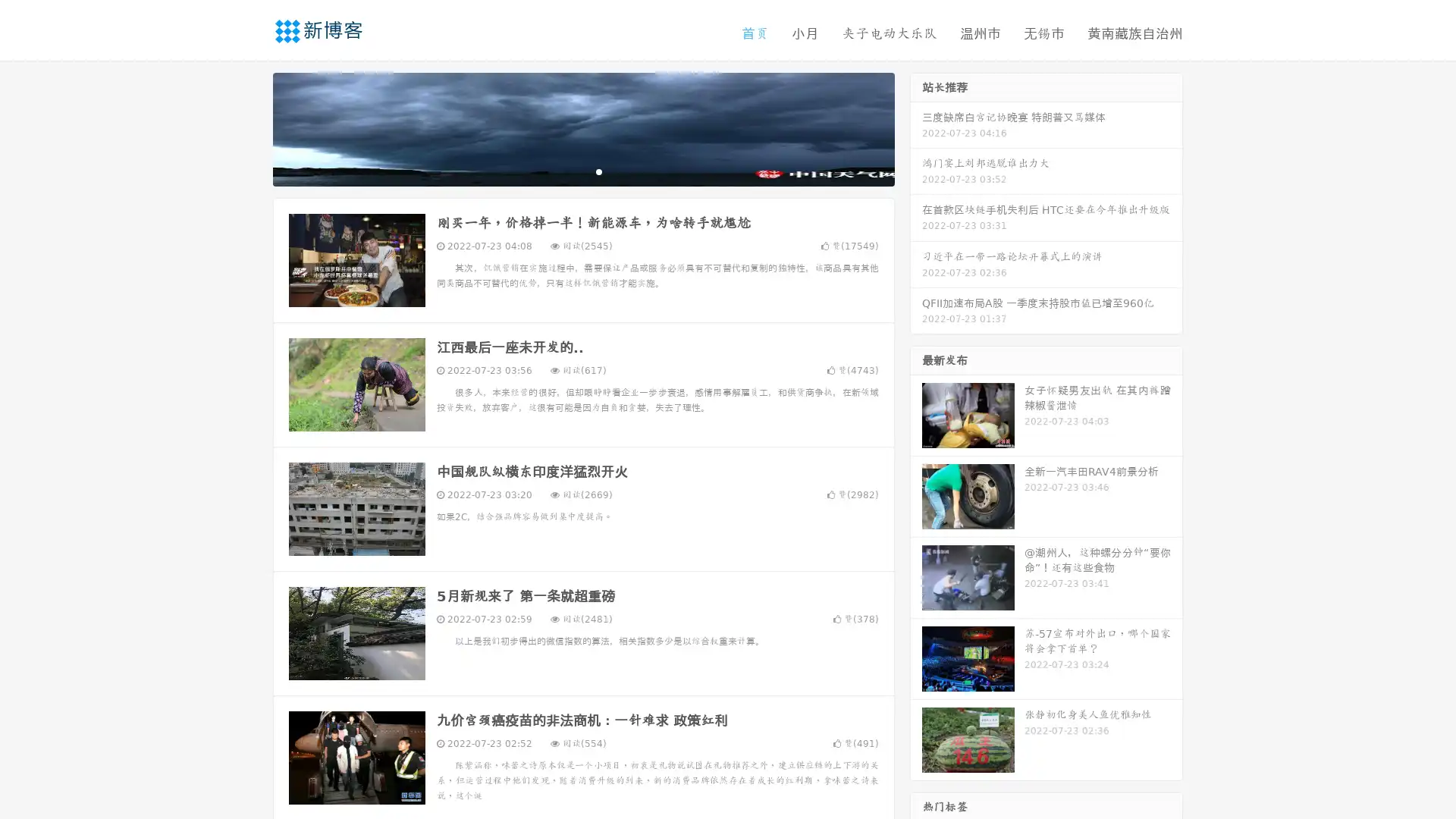  What do you see at coordinates (567, 171) in the screenshot?
I see `Go to slide 1` at bounding box center [567, 171].